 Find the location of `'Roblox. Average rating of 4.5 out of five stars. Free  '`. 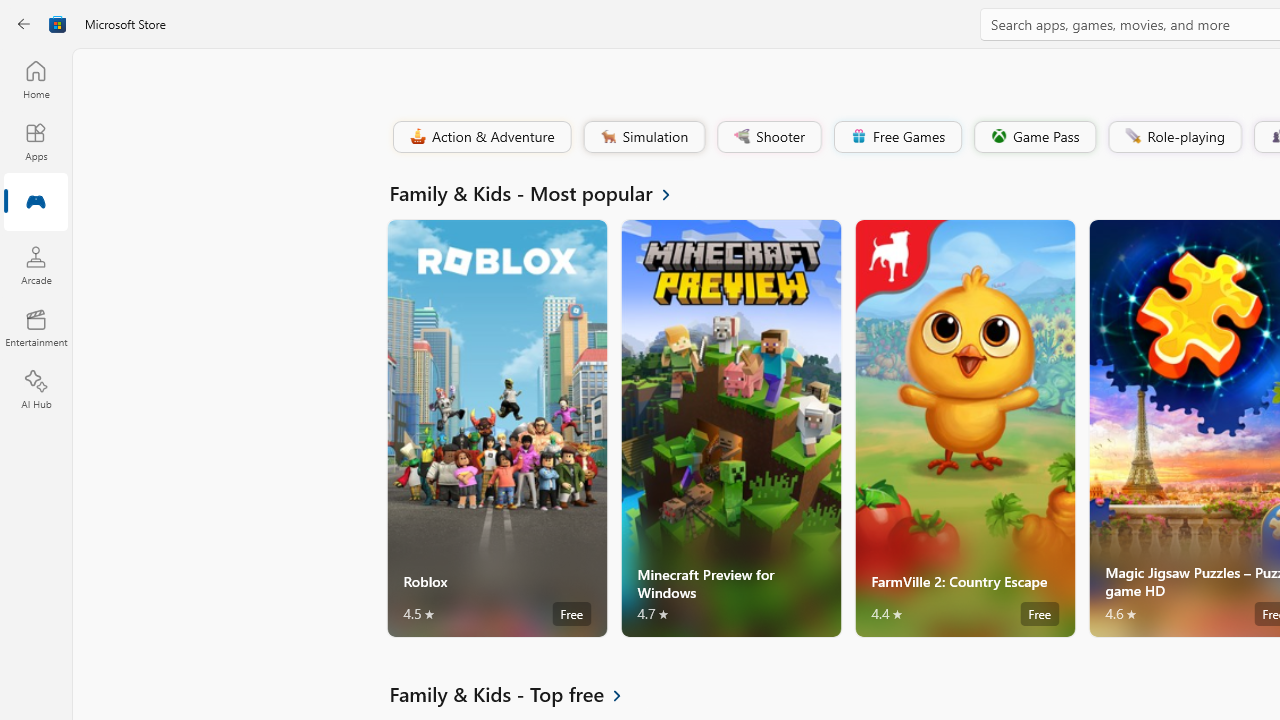

'Roblox. Average rating of 4.5 out of five stars. Free  ' is located at coordinates (497, 427).